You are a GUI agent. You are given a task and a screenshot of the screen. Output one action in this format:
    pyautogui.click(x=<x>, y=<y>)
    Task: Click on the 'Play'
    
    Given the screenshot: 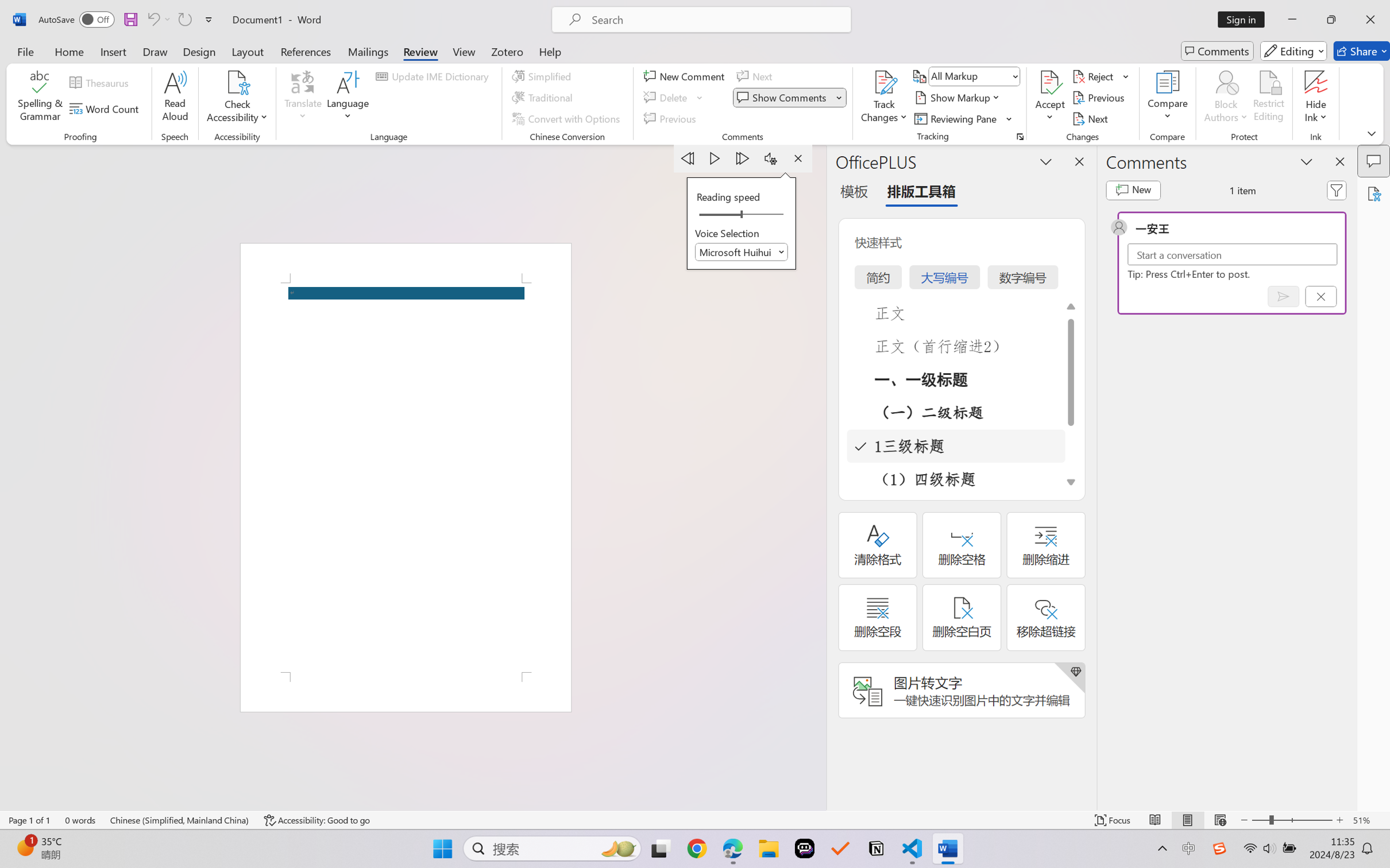 What is the action you would take?
    pyautogui.click(x=716, y=158)
    